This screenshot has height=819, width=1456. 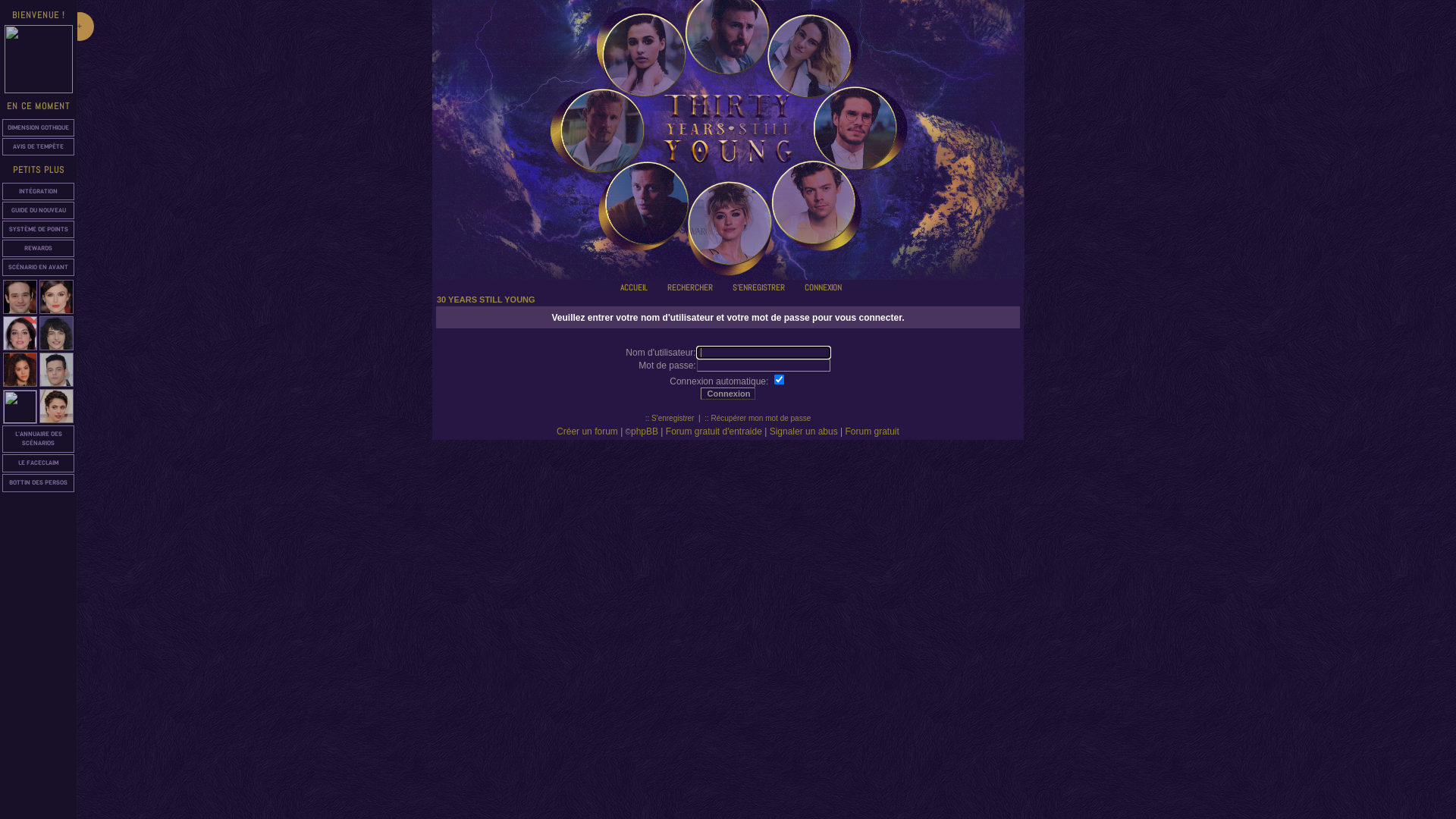 What do you see at coordinates (713, 431) in the screenshot?
I see `'Forum gratuit d'entraide'` at bounding box center [713, 431].